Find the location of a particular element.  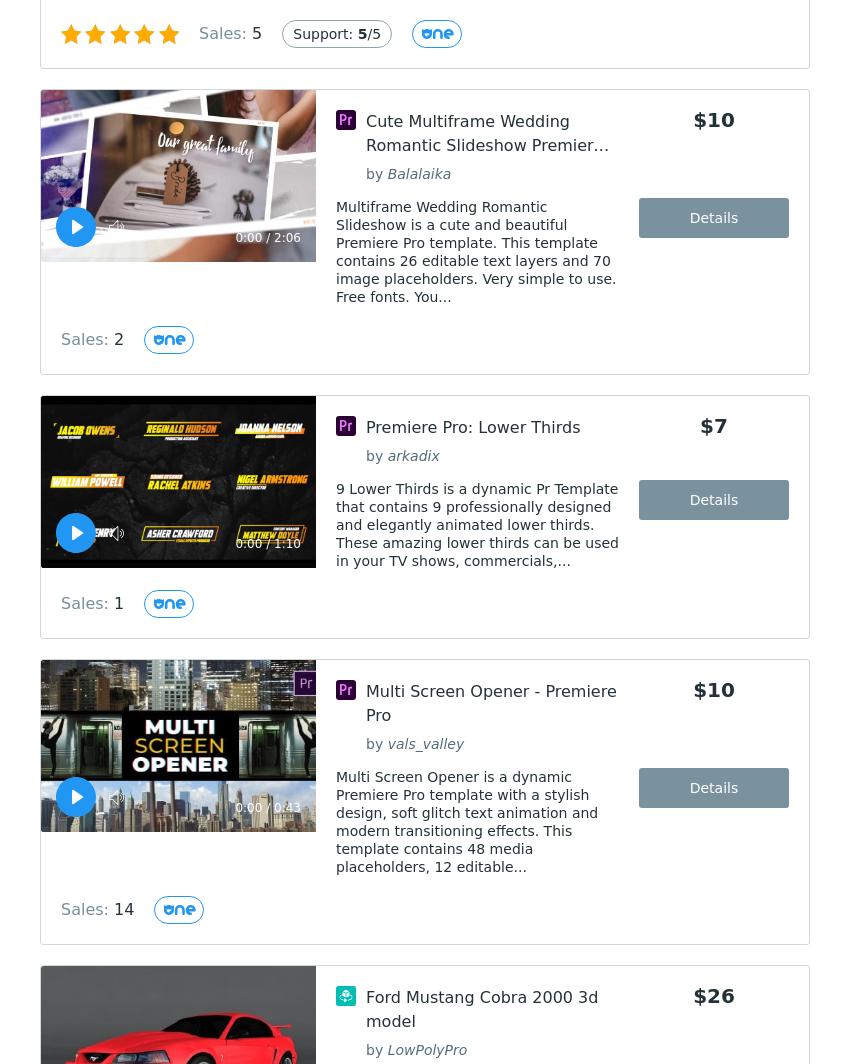

'Balalaika' is located at coordinates (418, 173).